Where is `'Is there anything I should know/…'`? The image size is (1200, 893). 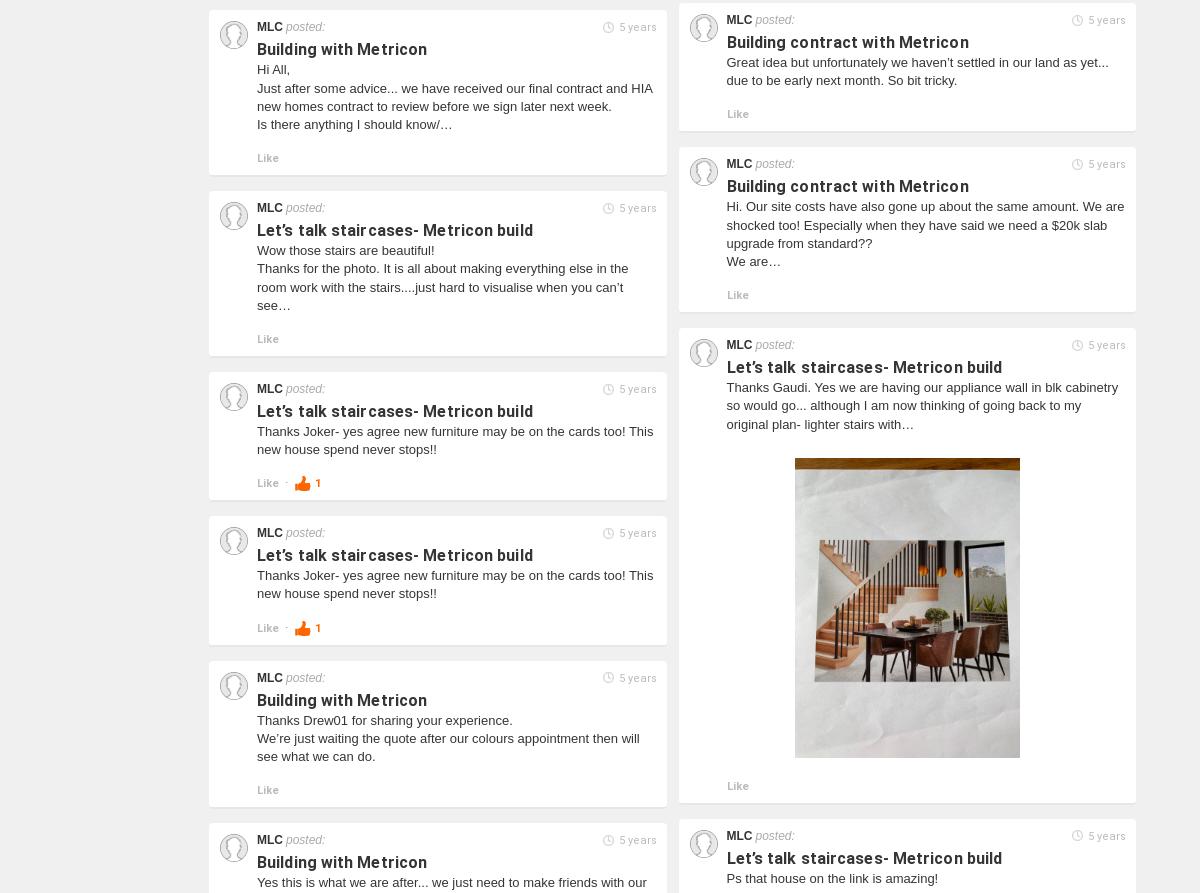 'Is there anything I should know/…' is located at coordinates (354, 123).